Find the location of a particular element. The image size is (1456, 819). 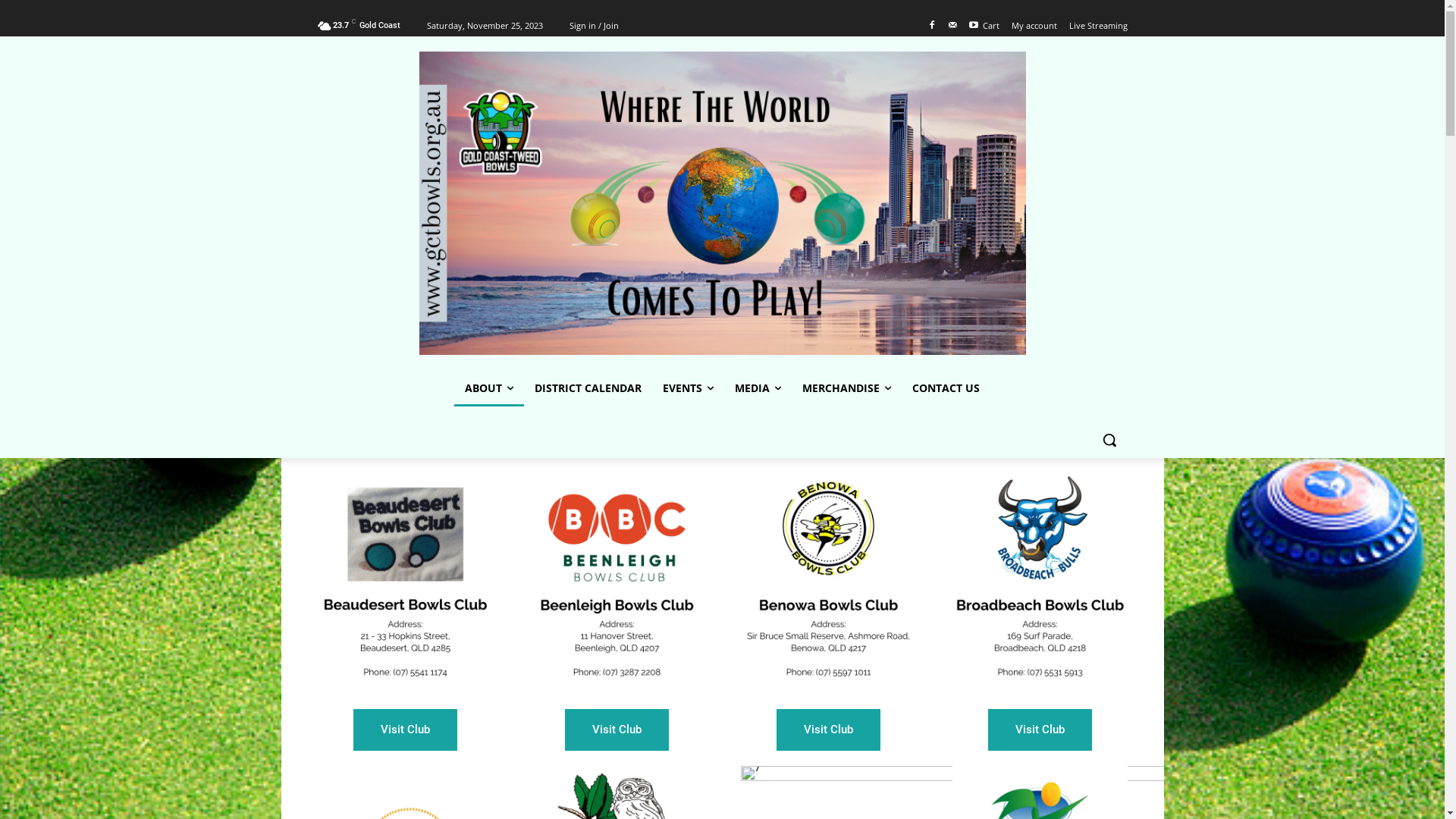

'www.gctbowls.org.au' is located at coordinates (720, 202).